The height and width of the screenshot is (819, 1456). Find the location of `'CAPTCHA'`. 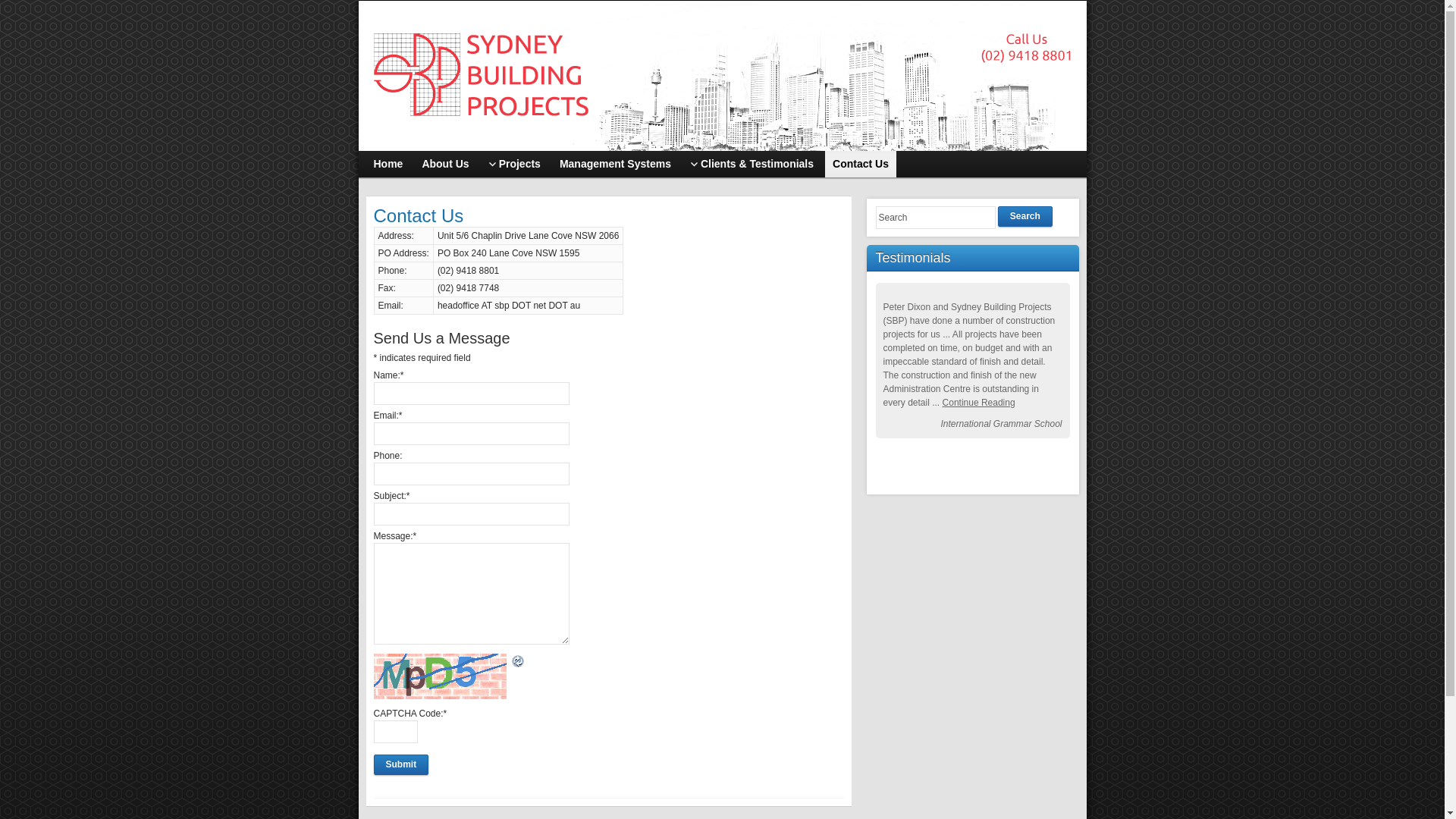

'CAPTCHA' is located at coordinates (440, 675).